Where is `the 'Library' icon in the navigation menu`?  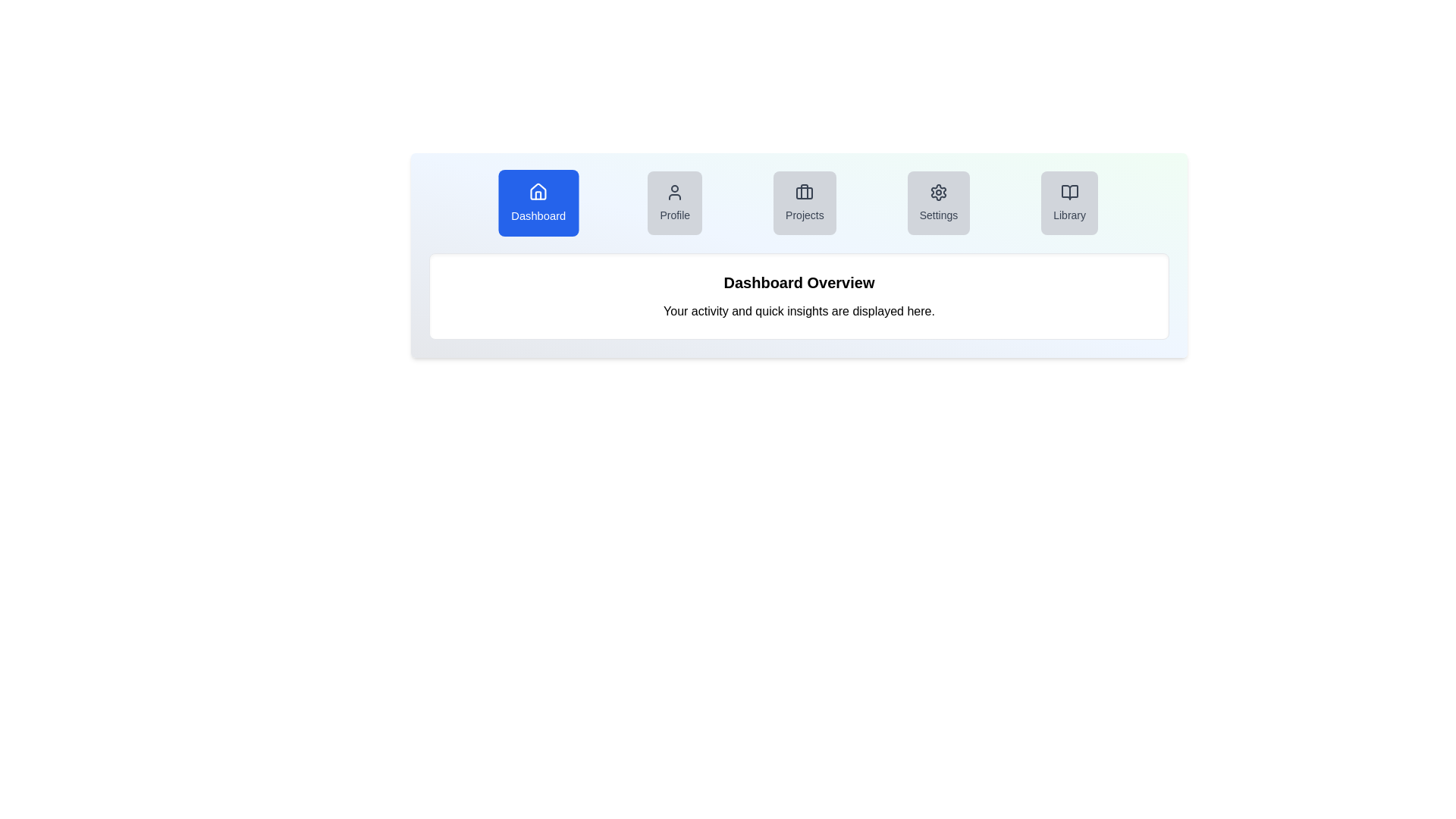
the 'Library' icon in the navigation menu is located at coordinates (1068, 192).